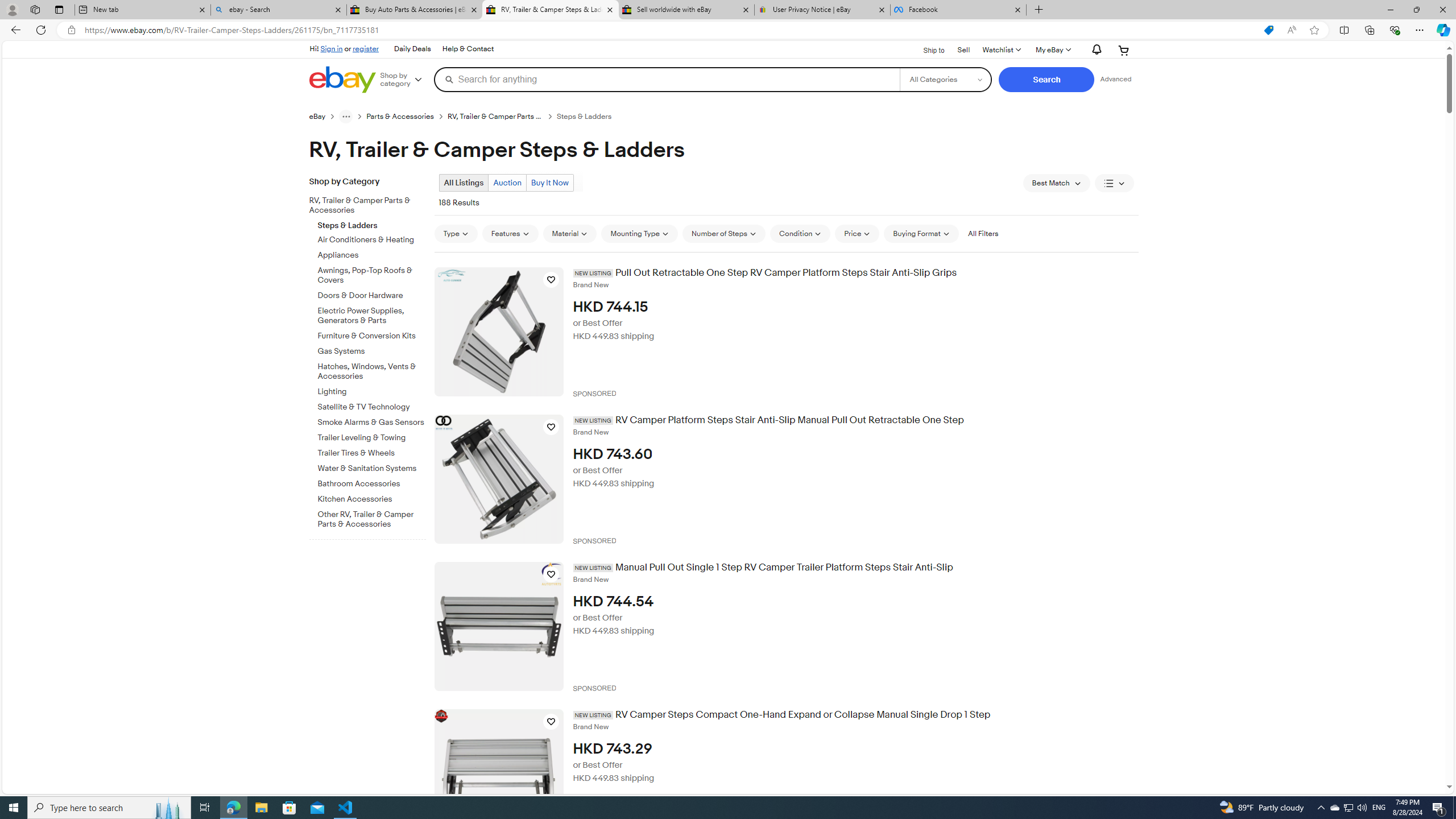 This screenshot has height=819, width=1456. What do you see at coordinates (464, 183) in the screenshot?
I see `'All Listings'` at bounding box center [464, 183].